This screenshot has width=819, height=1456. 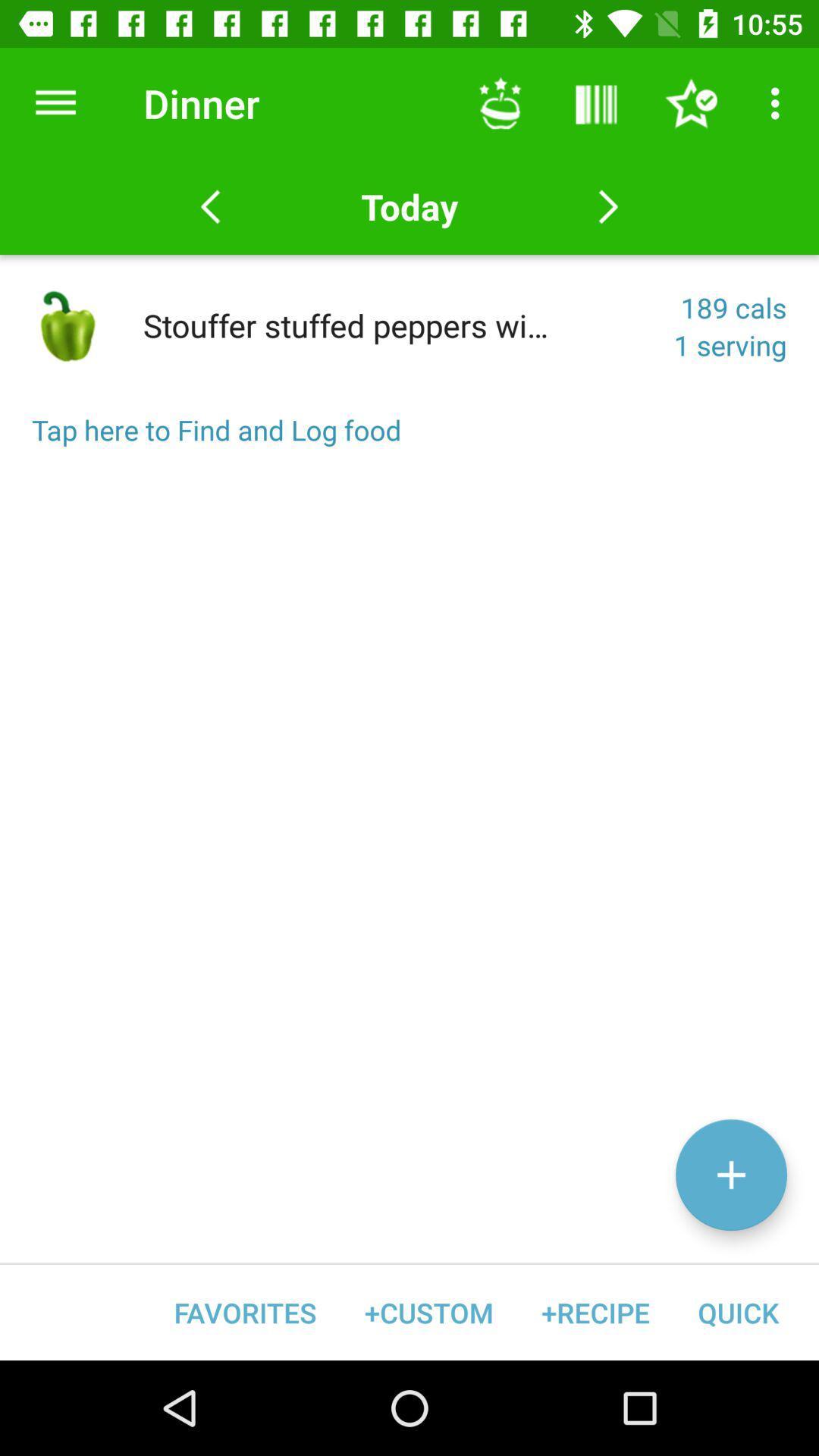 I want to click on the arrow_forward icon, so click(x=607, y=206).